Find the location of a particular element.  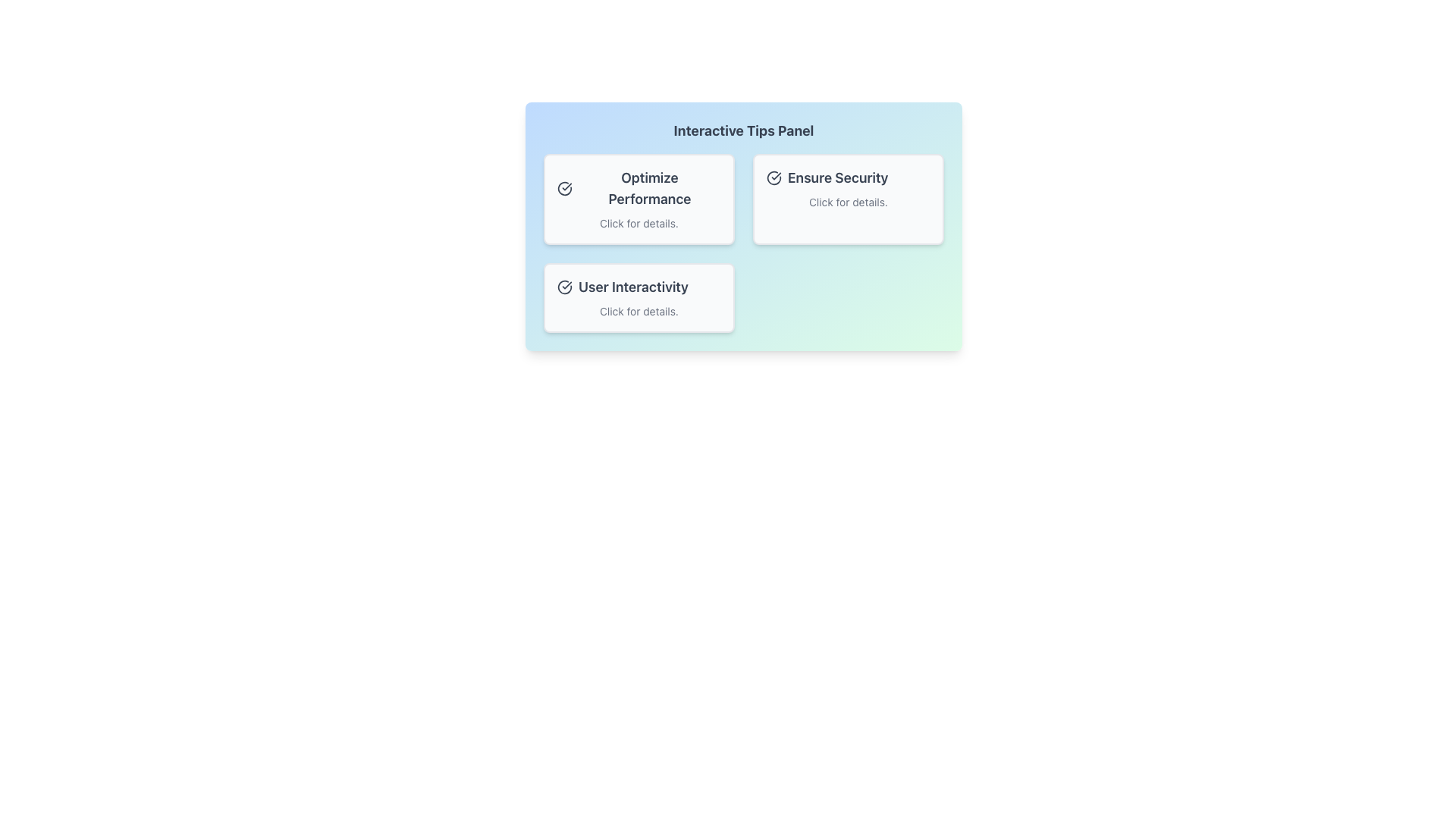

text of the Textual Label located in the upper-right card of the grid layout that conveys the tip's focus area is located at coordinates (847, 177).